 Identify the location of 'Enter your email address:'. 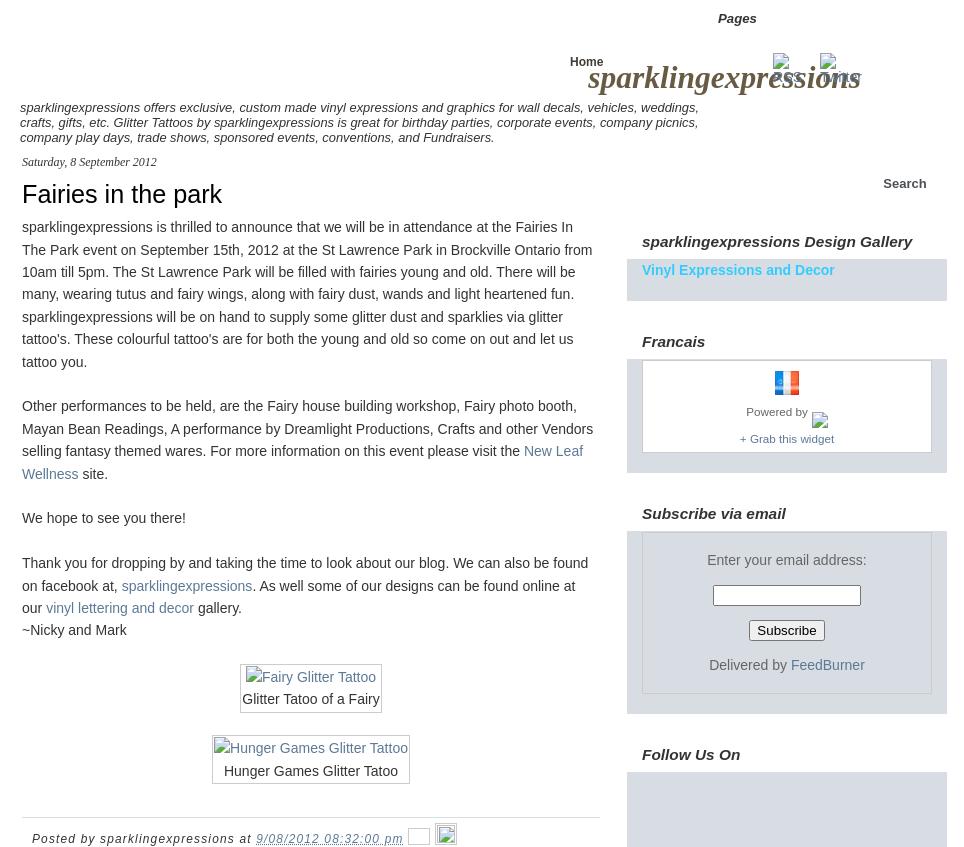
(706, 559).